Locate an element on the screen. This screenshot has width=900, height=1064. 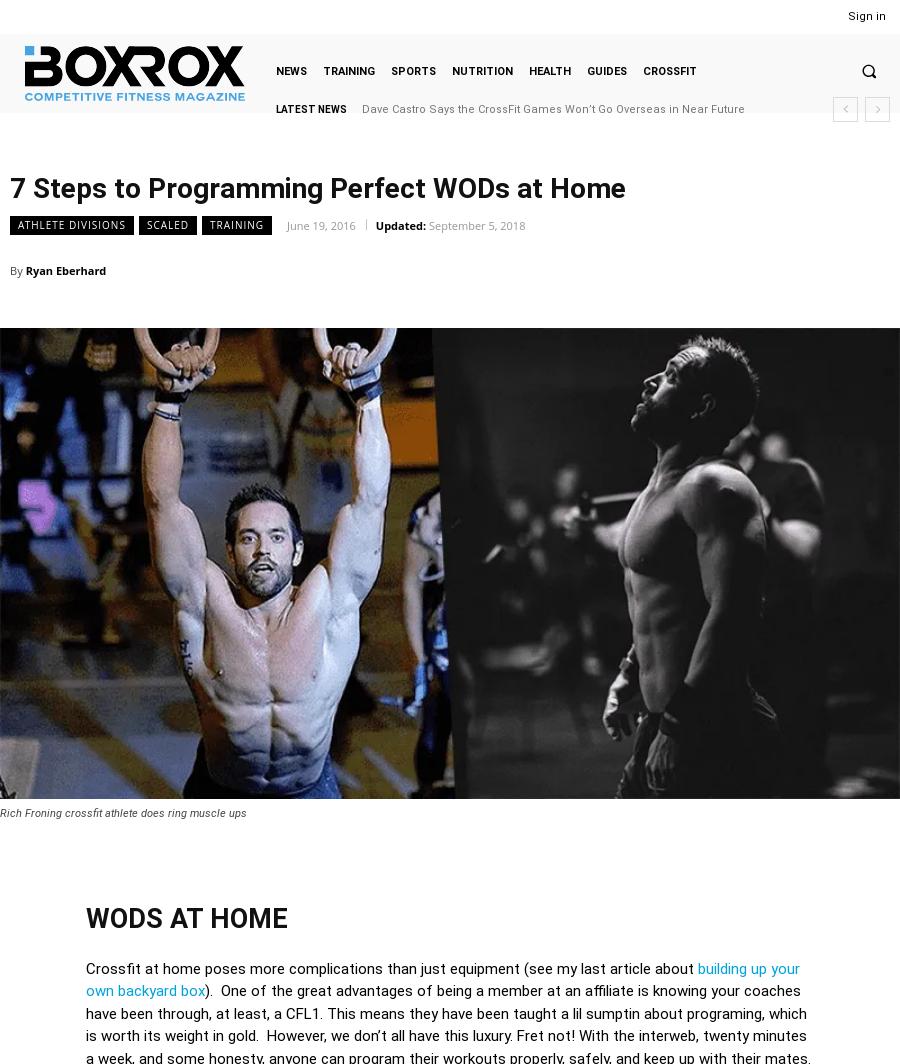
'Ryan Eberhard' is located at coordinates (24, 269).